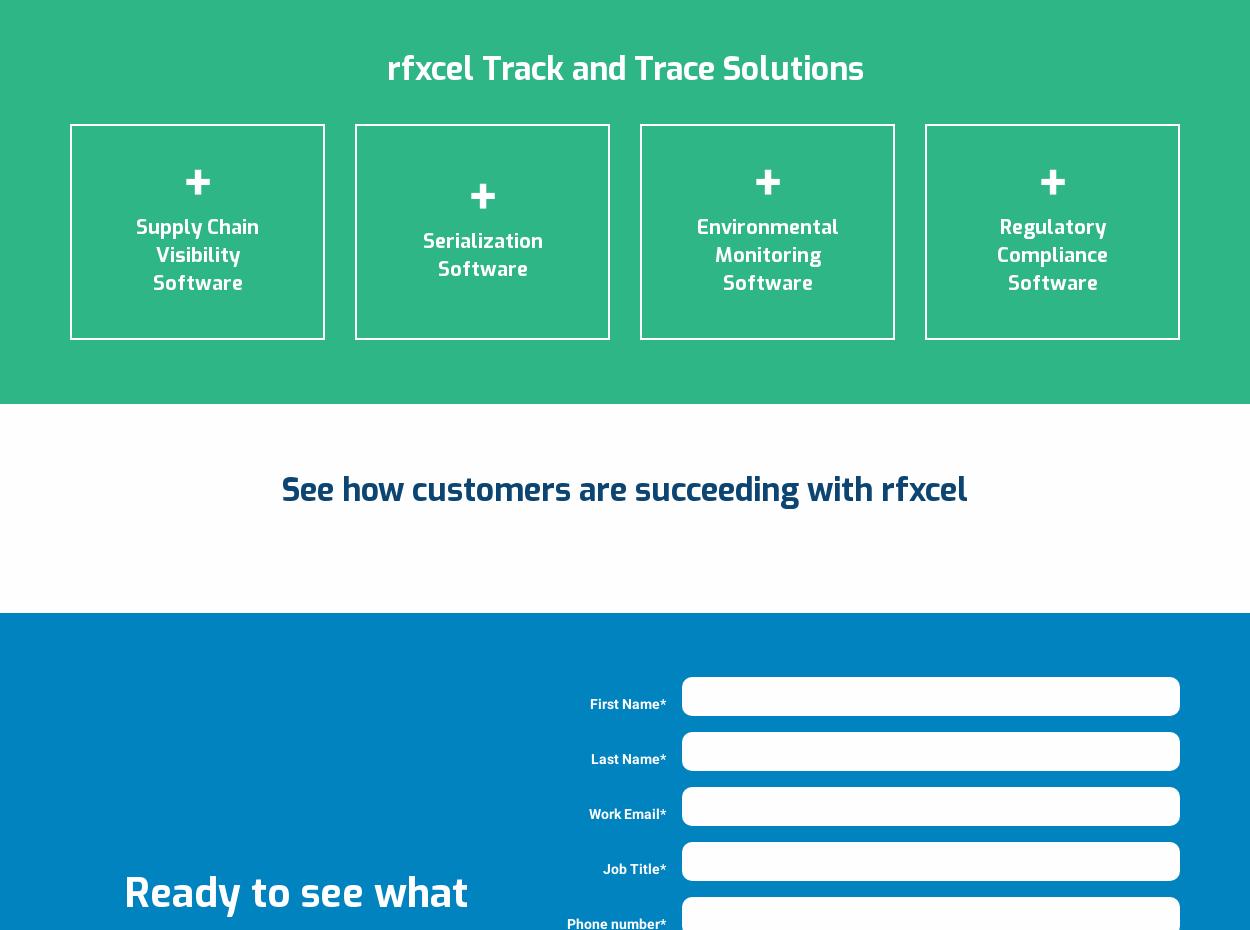 This screenshot has width=1250, height=930. What do you see at coordinates (625, 487) in the screenshot?
I see `'See how customers are succeeding with rfxcel'` at bounding box center [625, 487].